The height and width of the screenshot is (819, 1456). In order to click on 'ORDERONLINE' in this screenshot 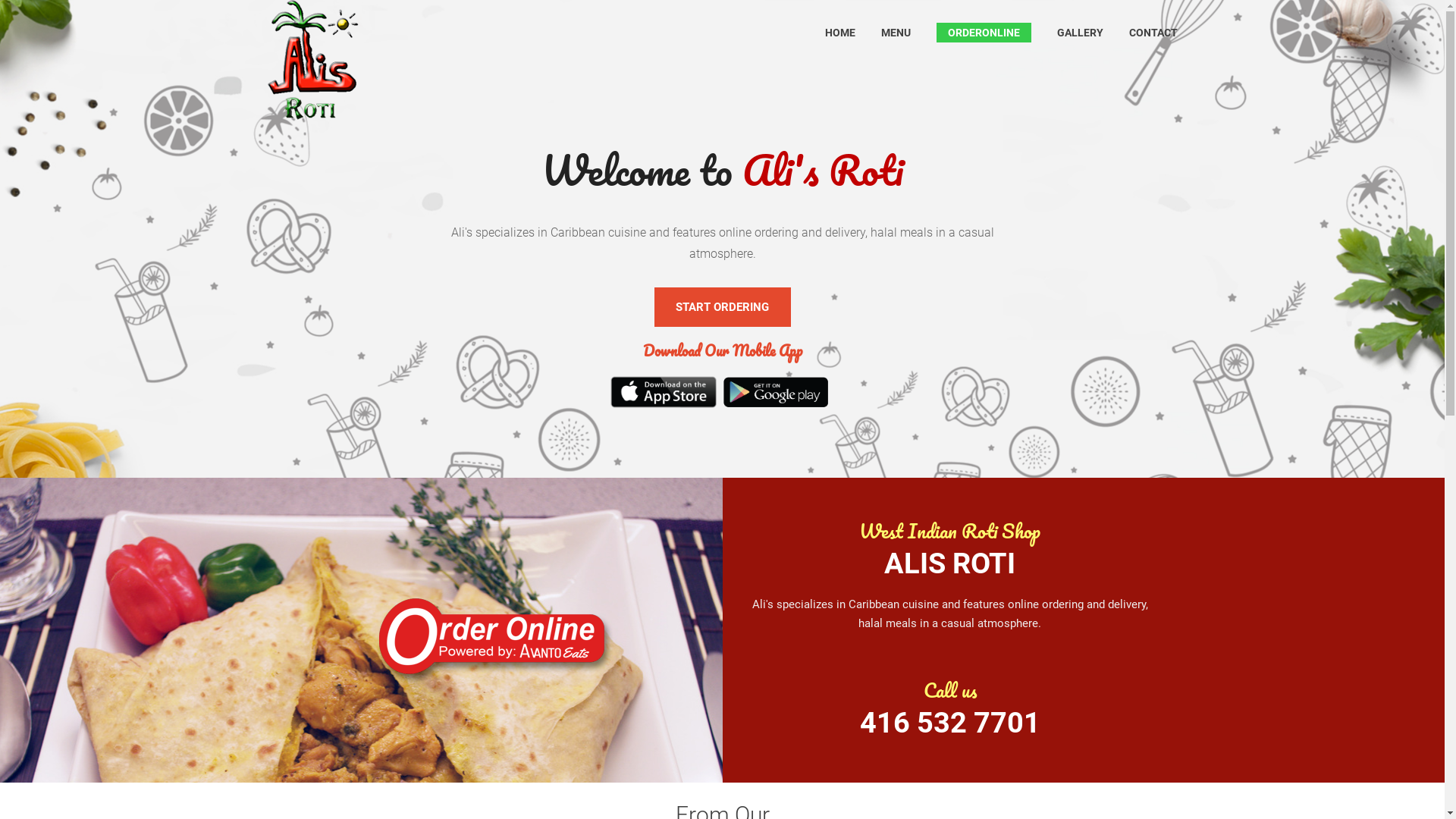, I will do `click(984, 32)`.